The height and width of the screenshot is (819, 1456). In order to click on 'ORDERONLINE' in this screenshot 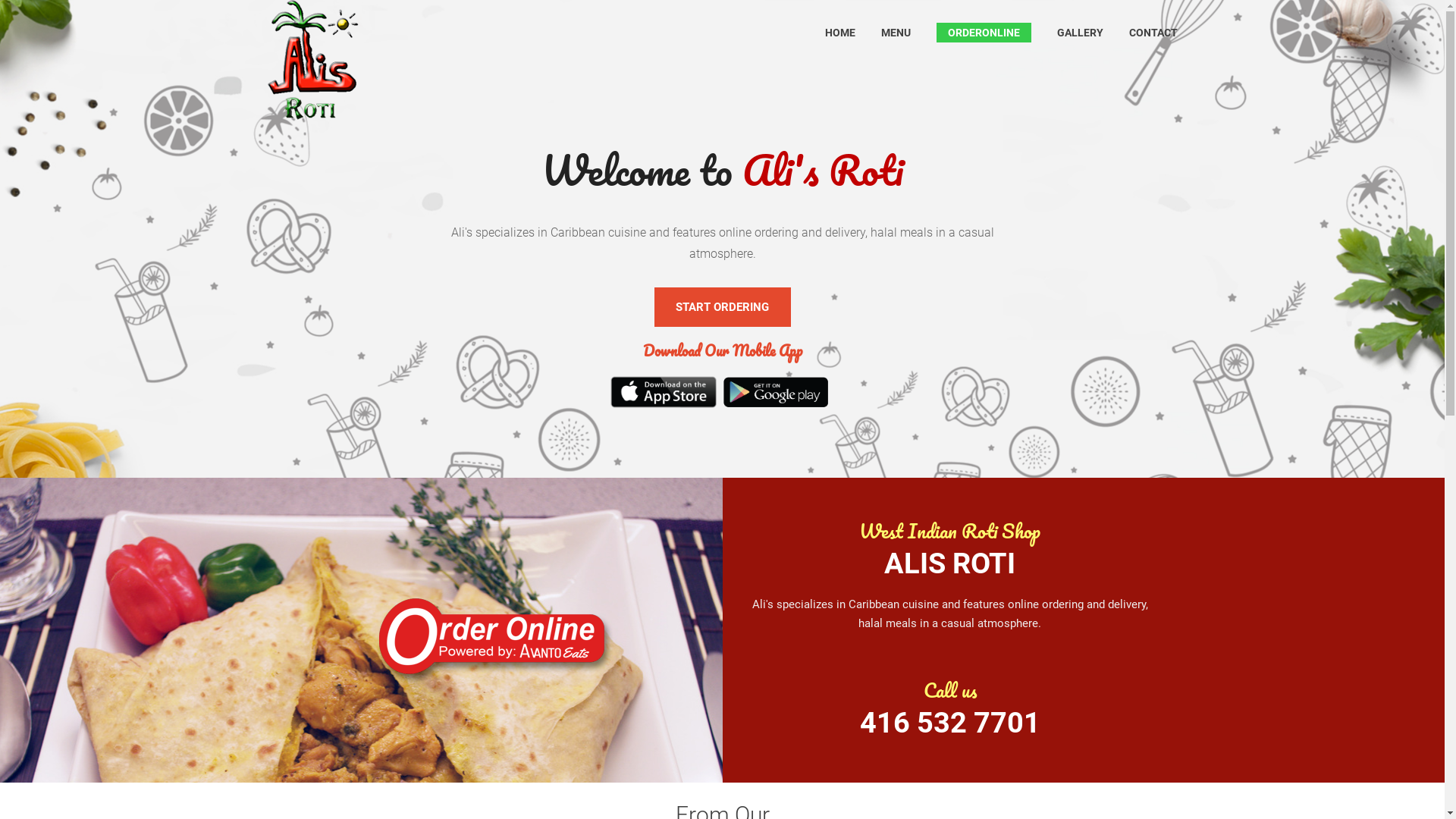, I will do `click(984, 32)`.